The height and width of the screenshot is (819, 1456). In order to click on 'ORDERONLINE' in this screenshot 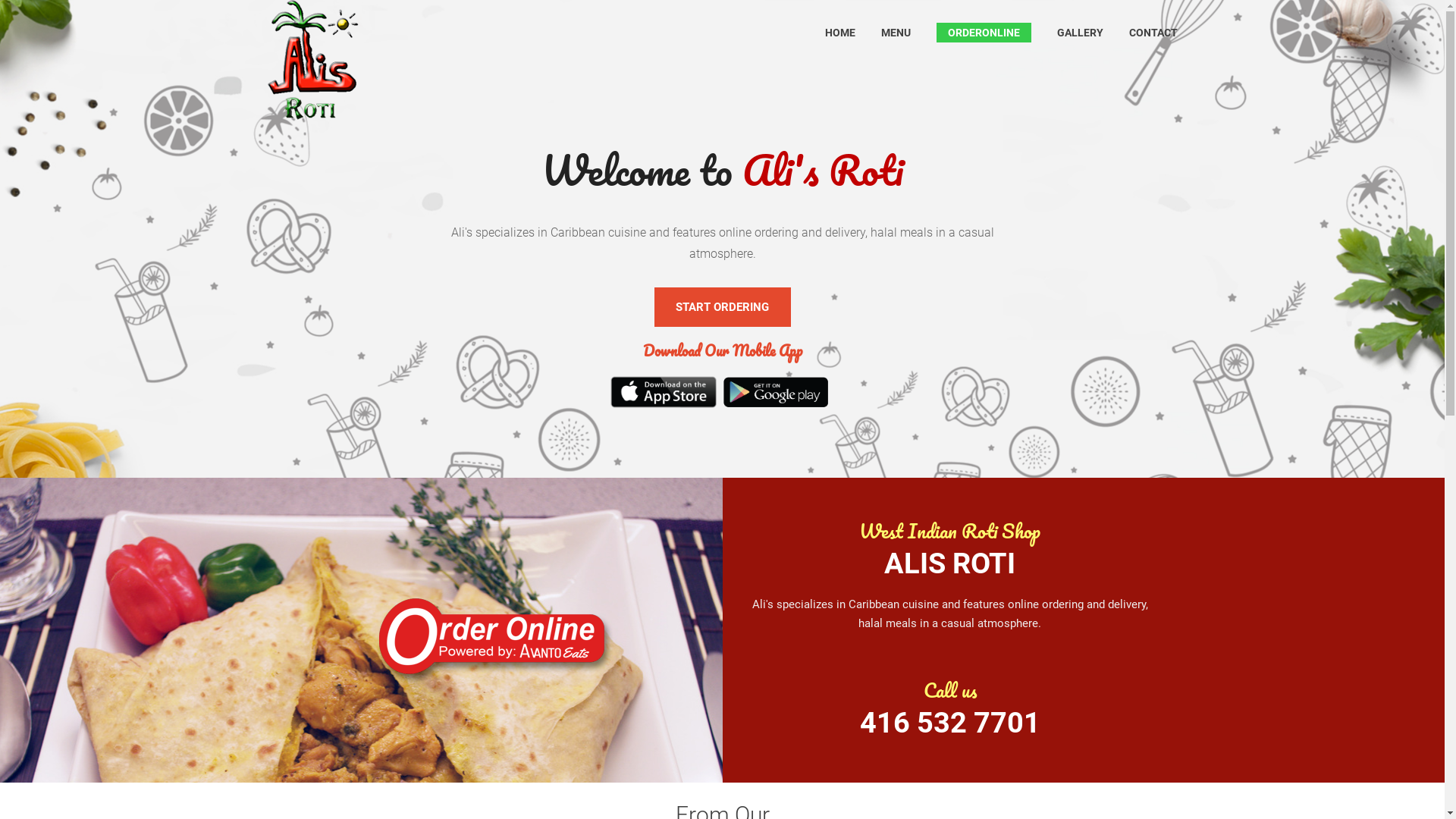, I will do `click(984, 32)`.